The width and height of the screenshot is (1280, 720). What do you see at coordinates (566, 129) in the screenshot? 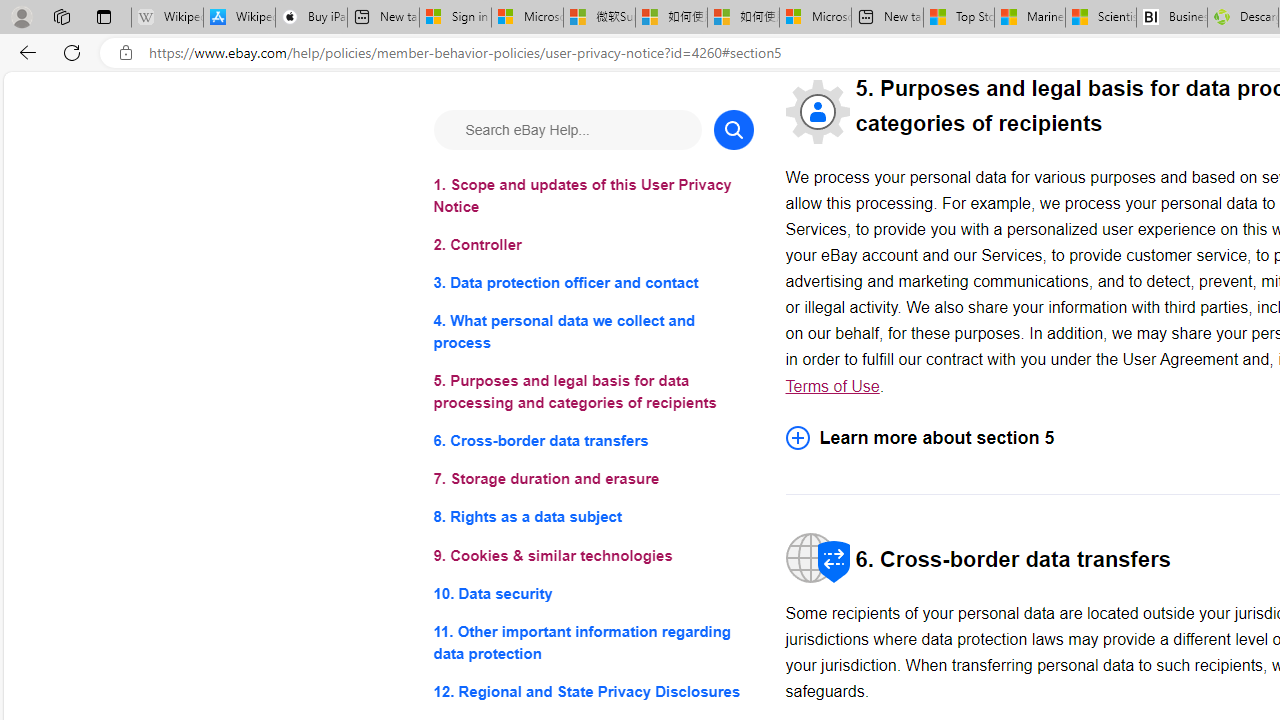
I see `'Search eBay Help...'` at bounding box center [566, 129].